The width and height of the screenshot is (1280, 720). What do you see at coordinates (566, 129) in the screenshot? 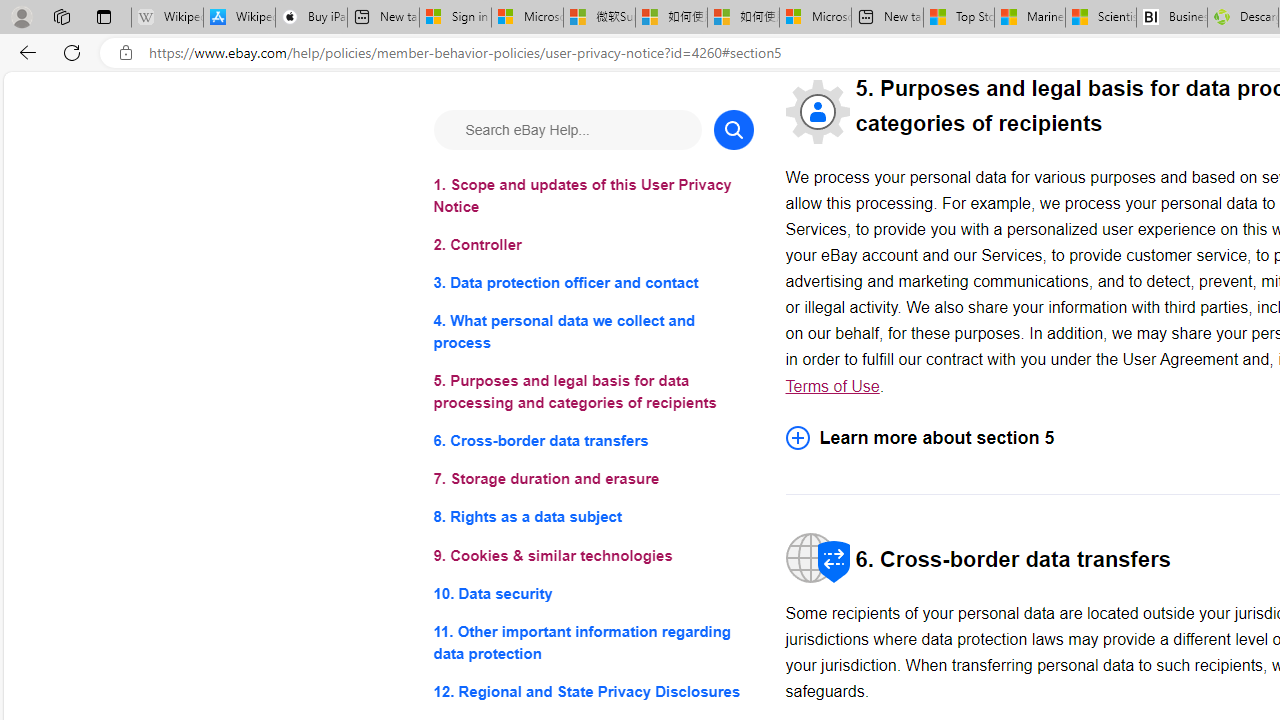
I see `'Search eBay Help...'` at bounding box center [566, 129].